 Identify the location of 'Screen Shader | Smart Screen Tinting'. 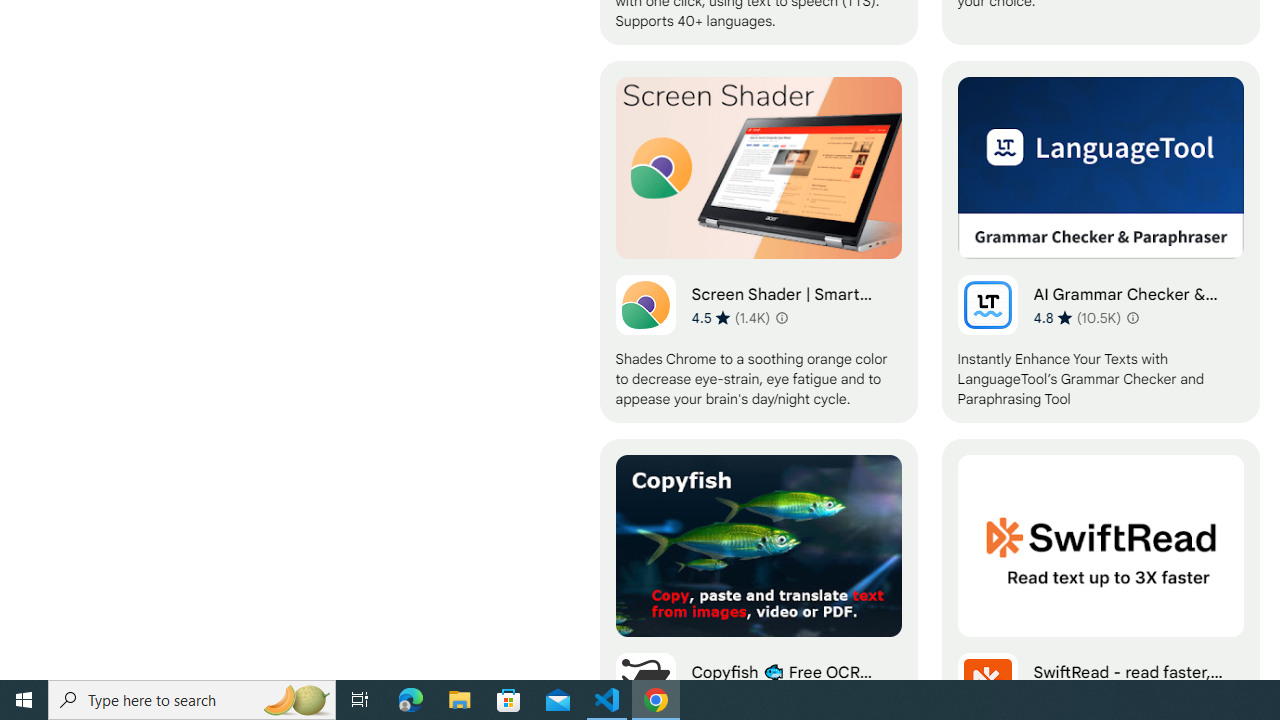
(757, 241).